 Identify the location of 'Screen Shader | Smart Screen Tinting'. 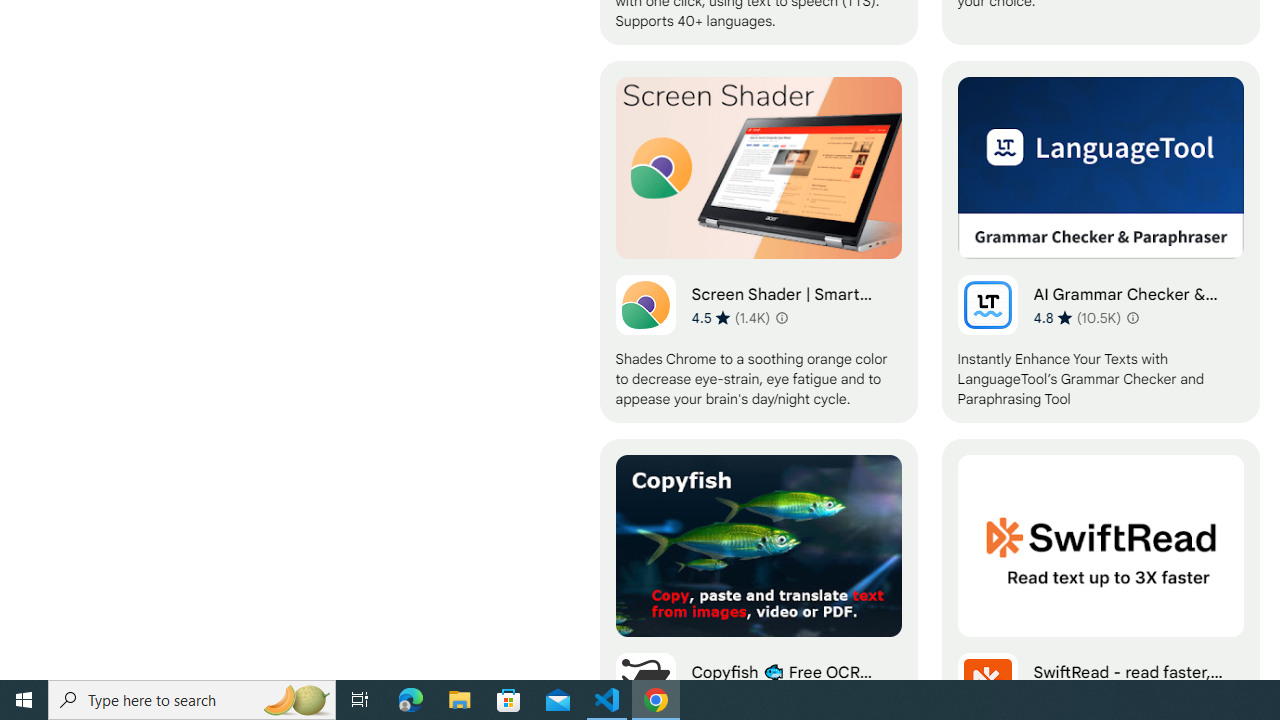
(757, 241).